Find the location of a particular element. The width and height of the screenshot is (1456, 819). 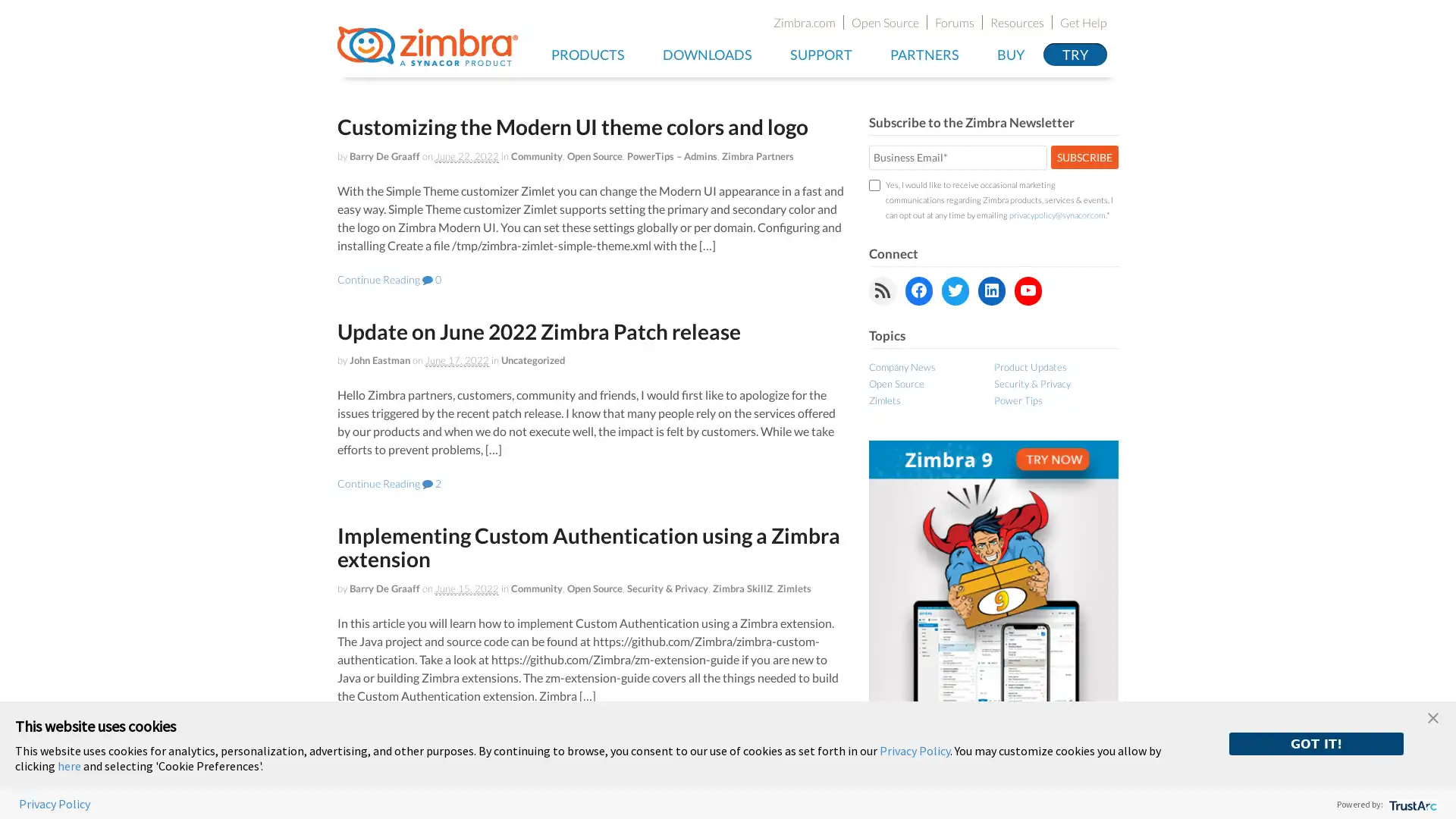

SUBSCRIBE is located at coordinates (1087, 157).